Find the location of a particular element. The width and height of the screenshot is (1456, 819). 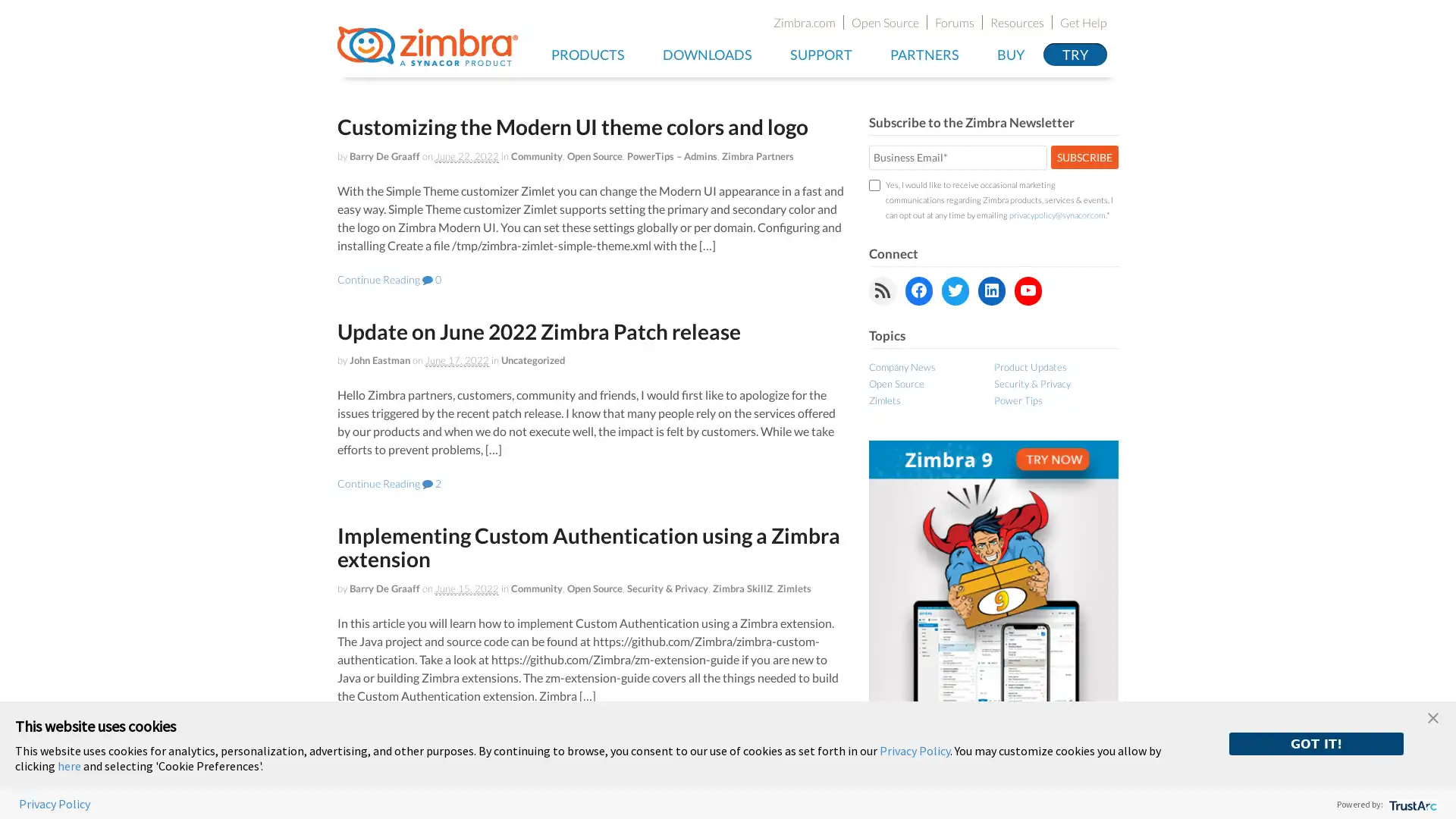

SUBSCRIBE is located at coordinates (1087, 157).